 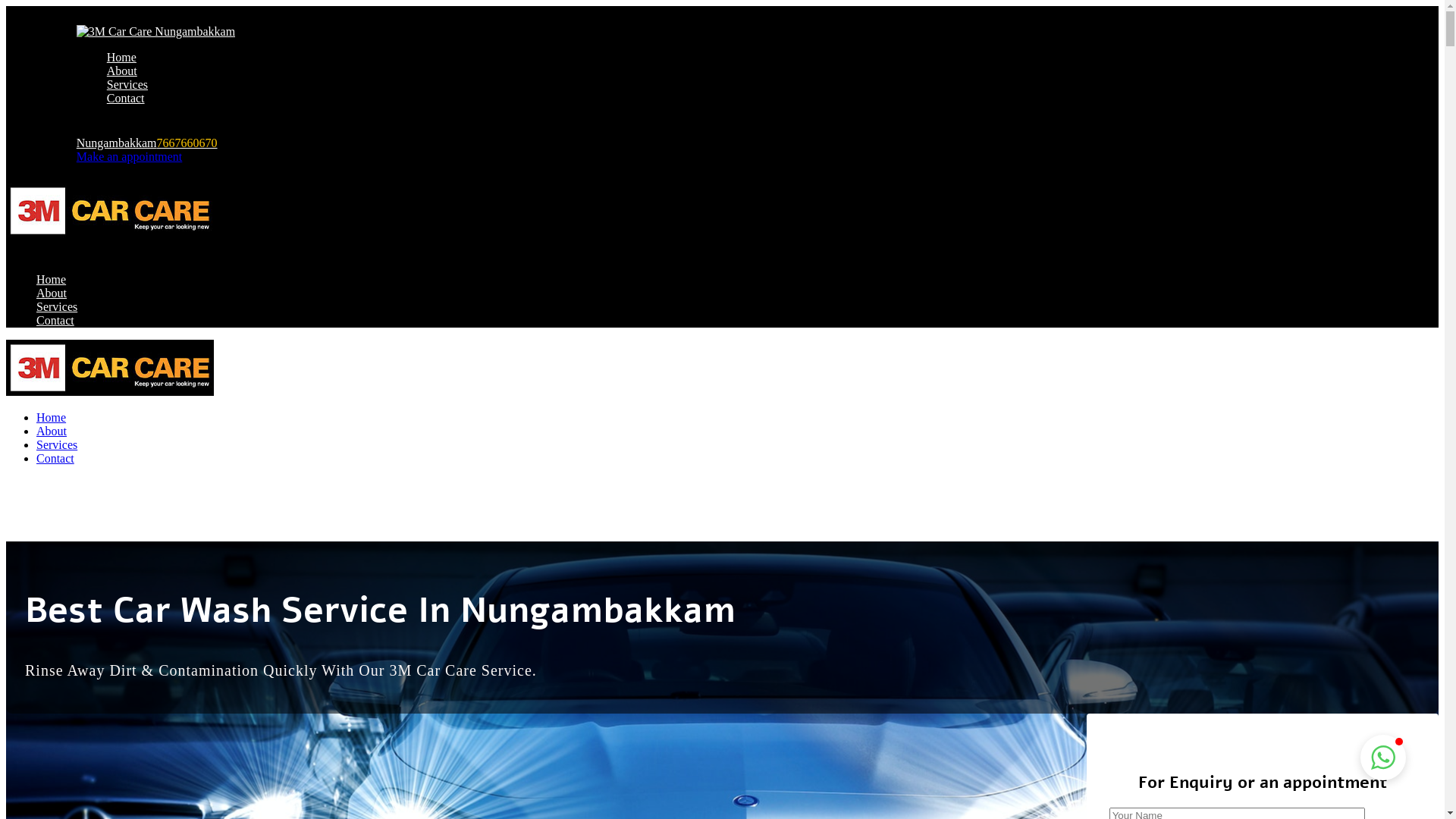 I want to click on 'Nungambakkam7667660670', so click(x=146, y=143).